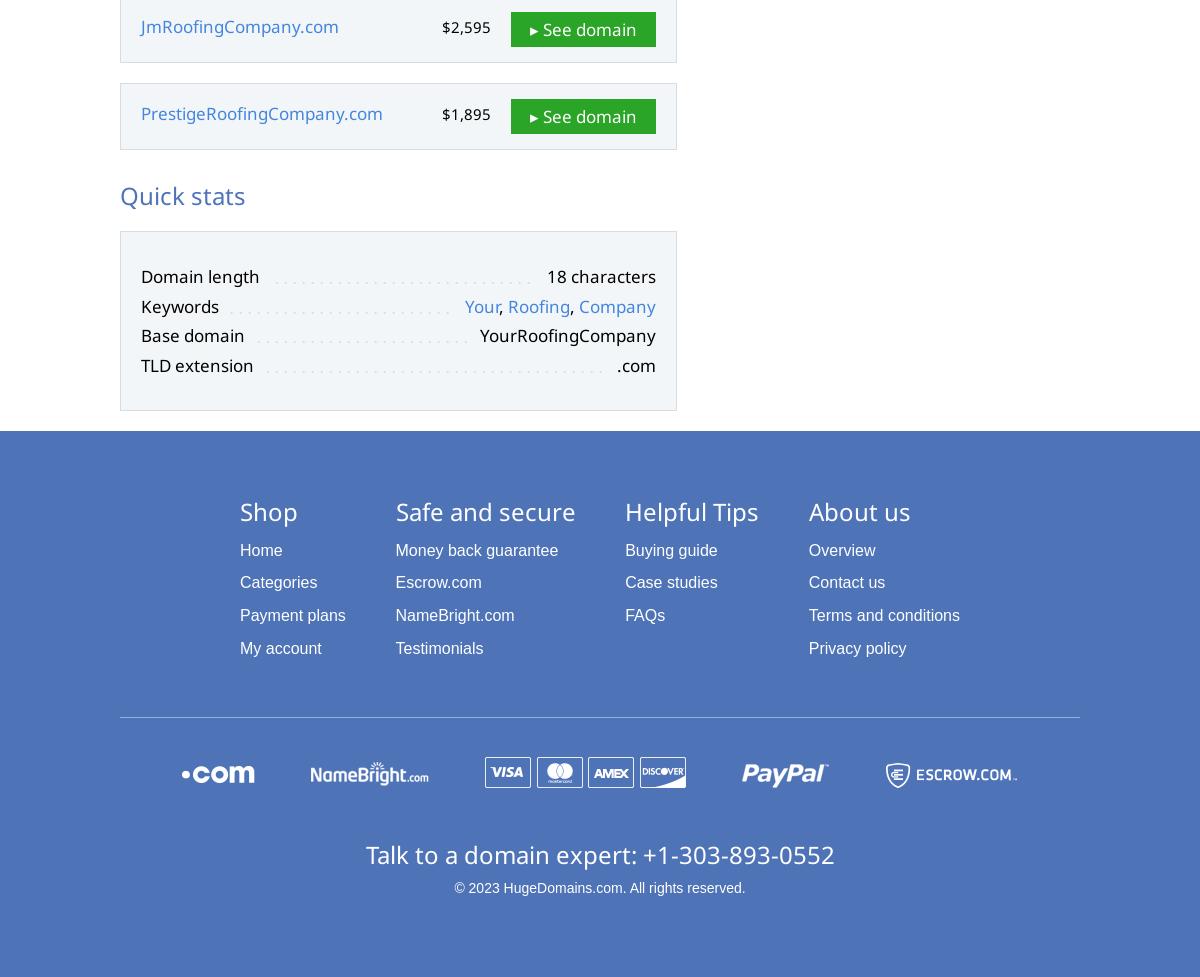  I want to click on '© 2023 HugeDomains.com. All rights reserved.', so click(598, 886).